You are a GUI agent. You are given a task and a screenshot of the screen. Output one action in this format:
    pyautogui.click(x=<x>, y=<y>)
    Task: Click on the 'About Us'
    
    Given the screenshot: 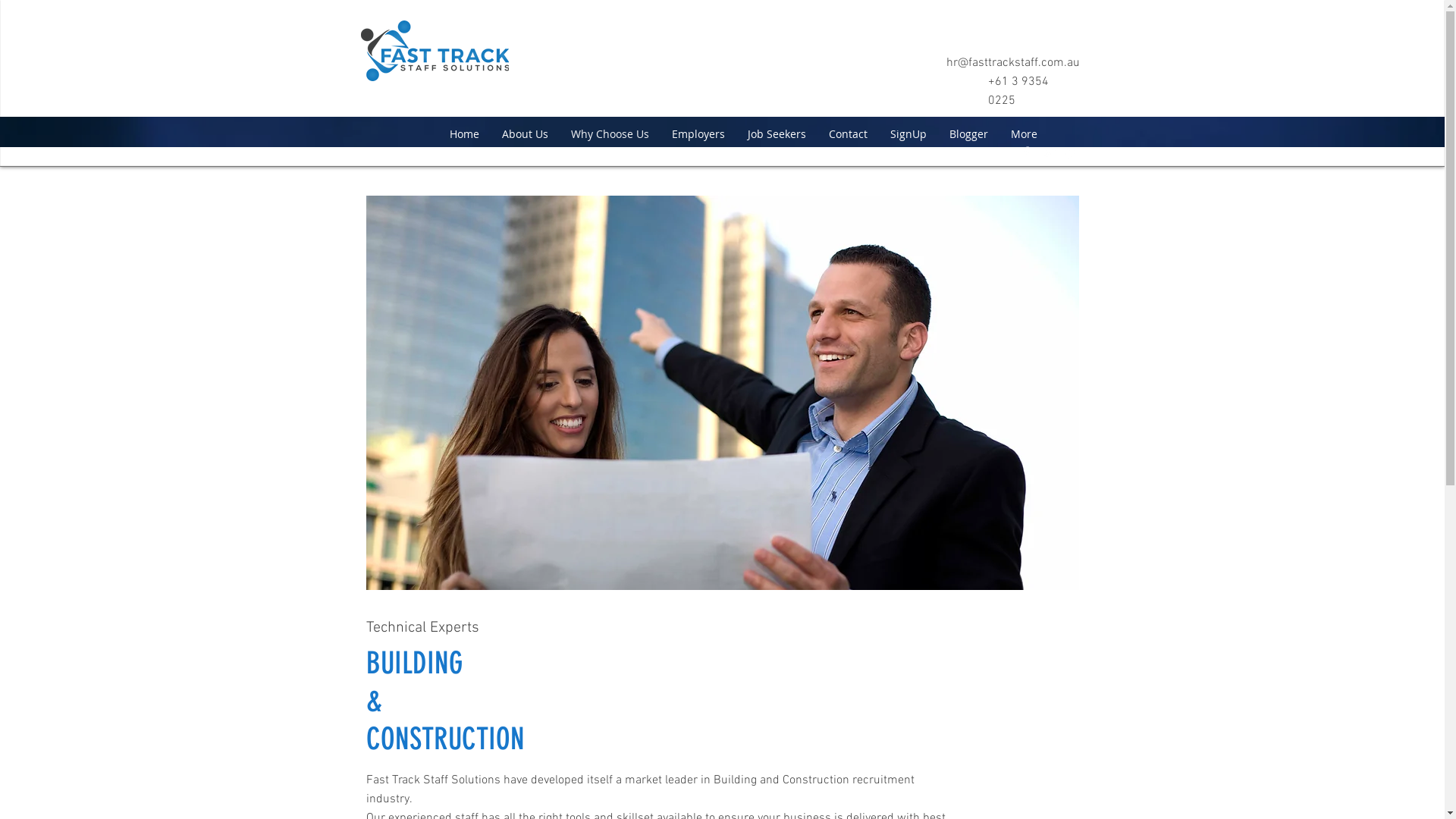 What is the action you would take?
    pyautogui.click(x=524, y=133)
    